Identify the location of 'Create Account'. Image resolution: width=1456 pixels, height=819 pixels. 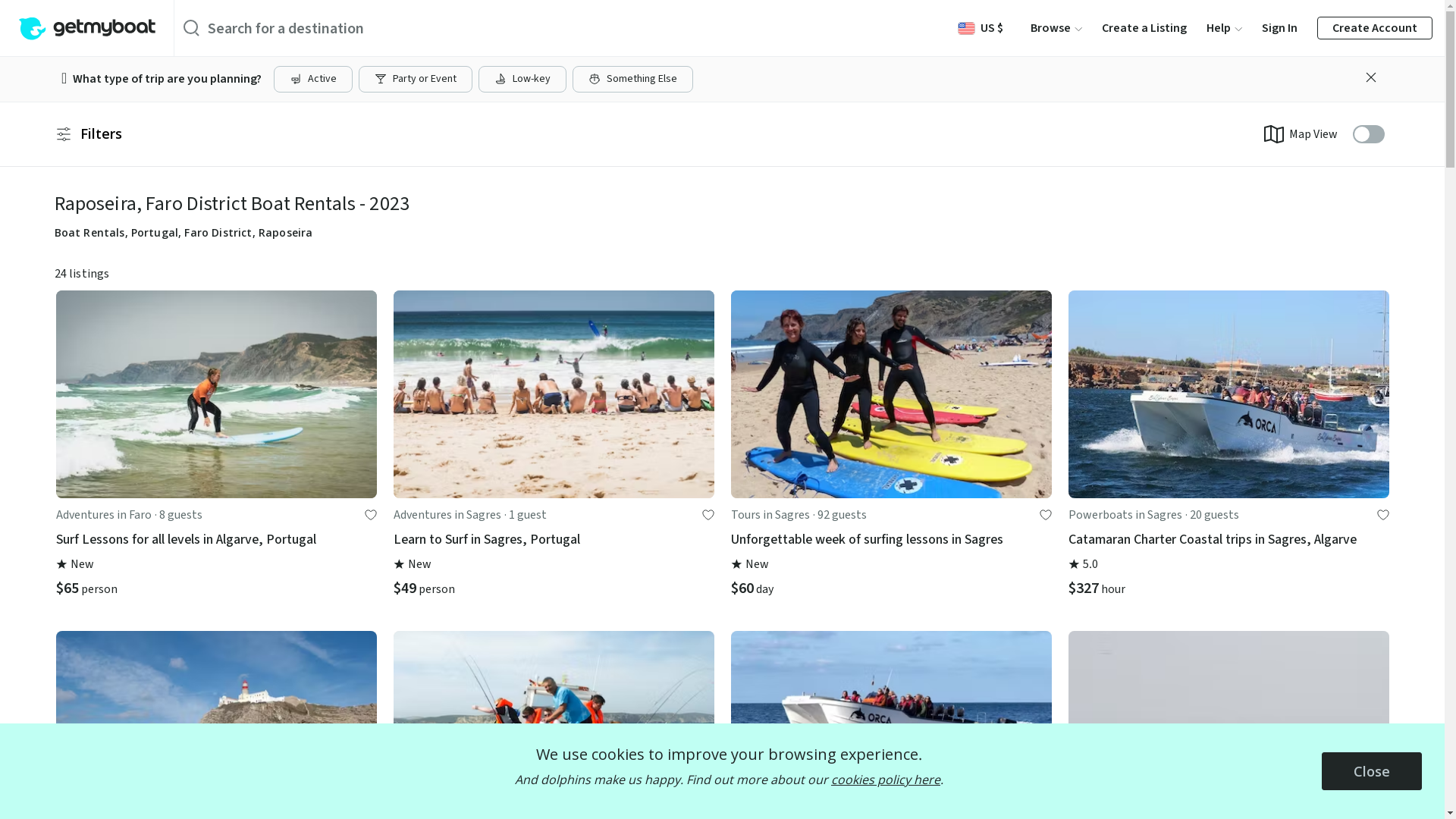
(1375, 28).